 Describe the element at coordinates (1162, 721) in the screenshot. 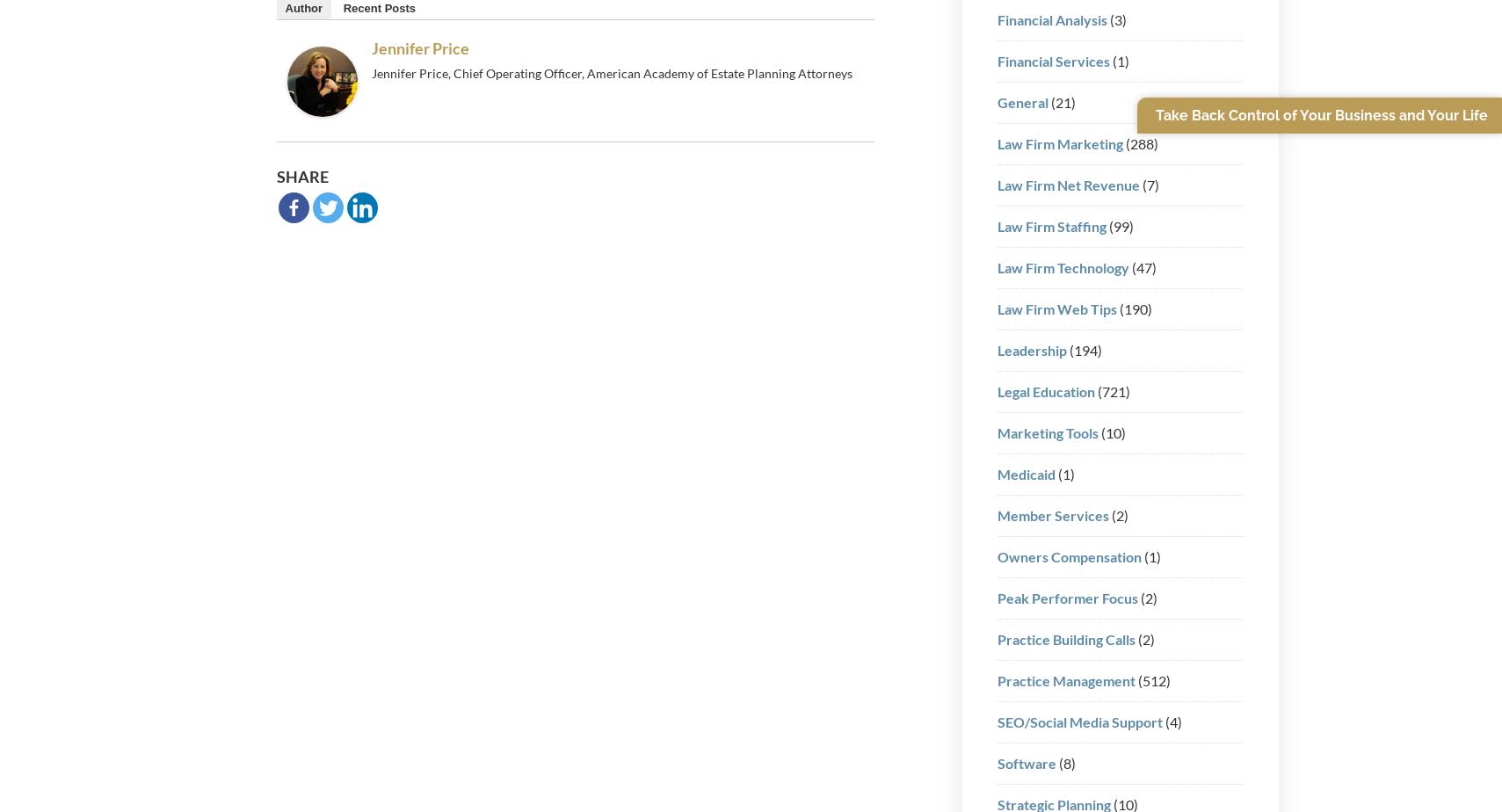

I see `'(4)'` at that location.